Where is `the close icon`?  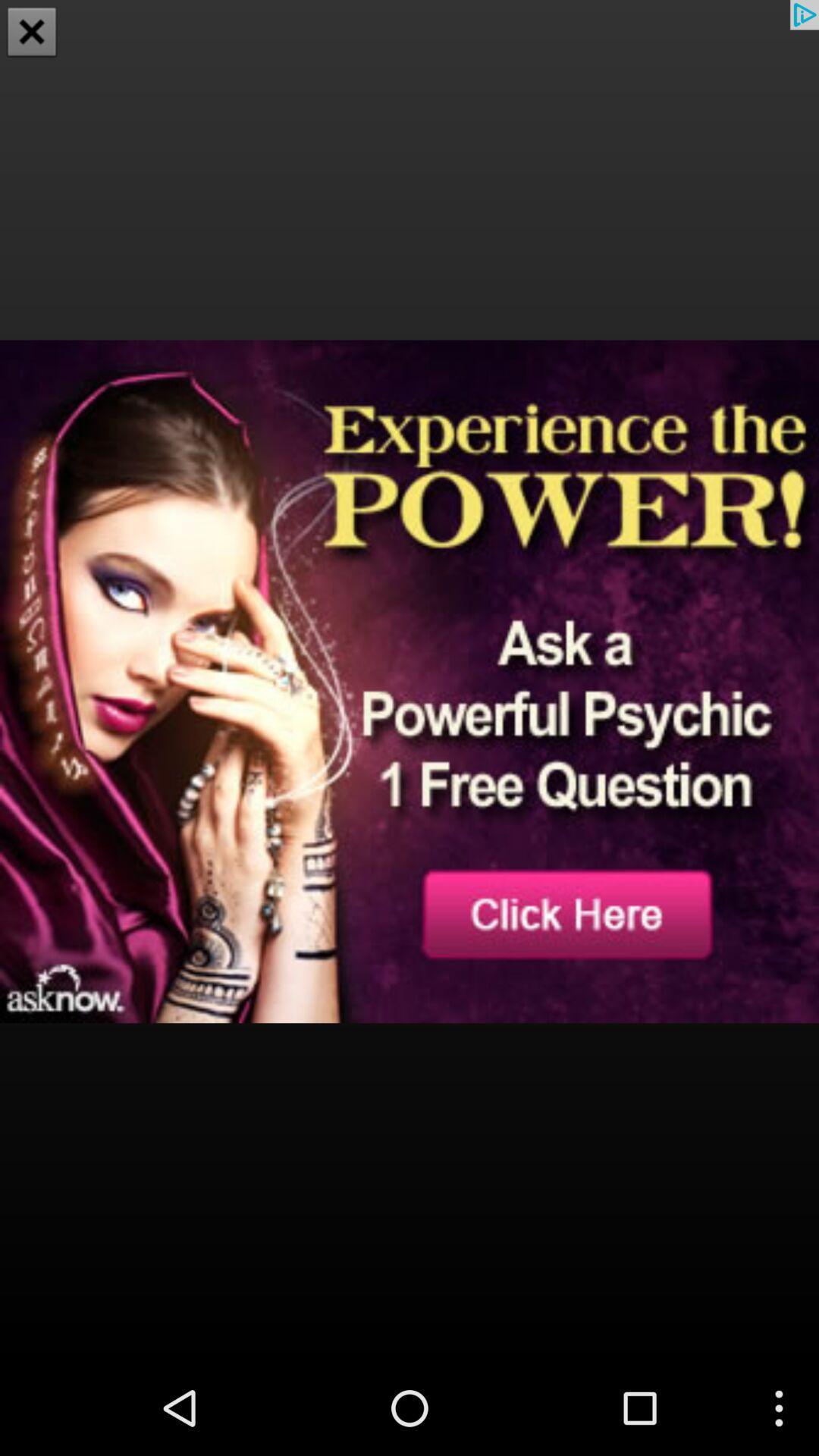 the close icon is located at coordinates (32, 33).